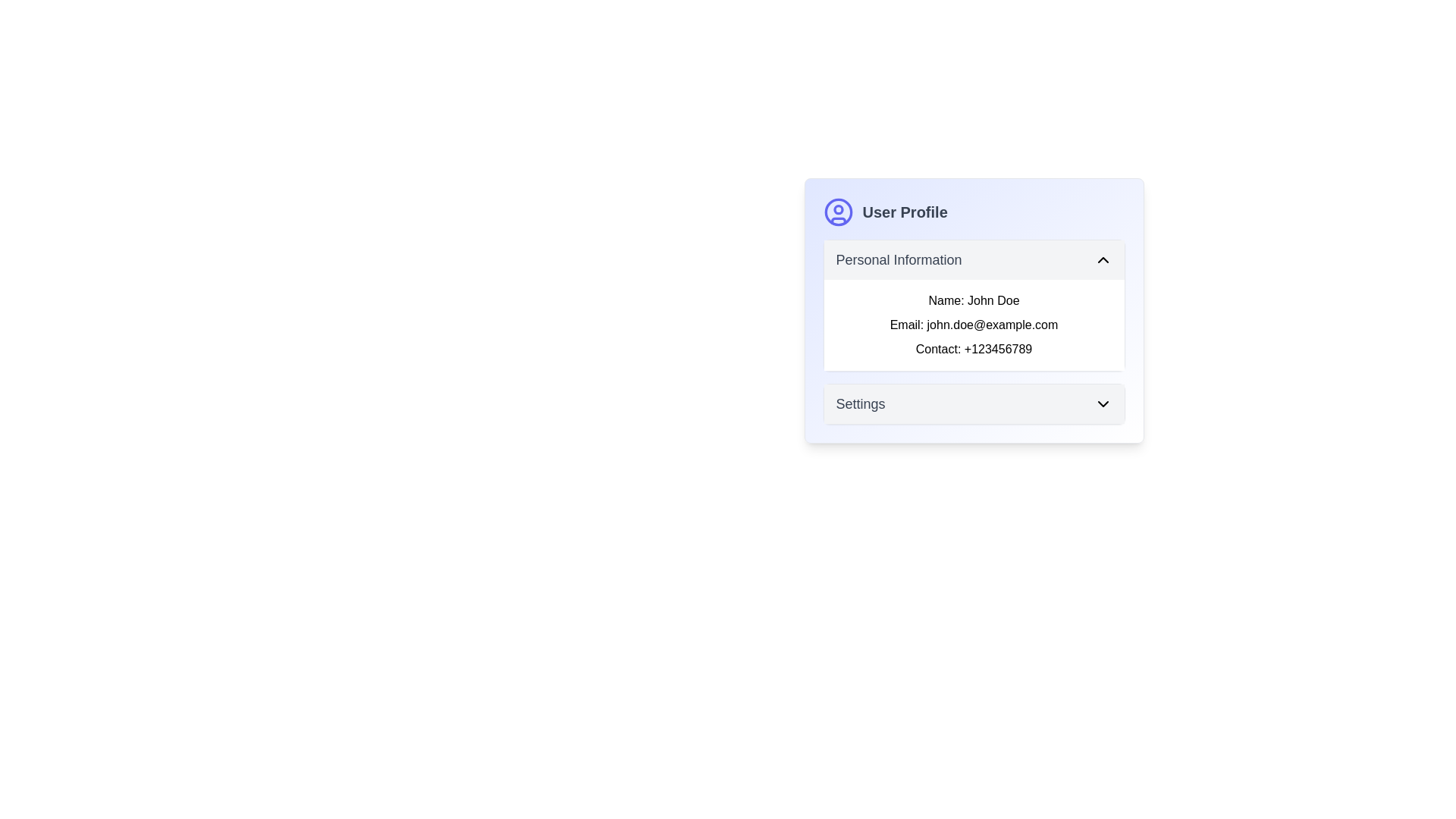  Describe the element at coordinates (905, 212) in the screenshot. I see `the static text label that displays the title of the user profile section, located to the right of the circular user icon in the top-left section of the user profile card layout` at that location.